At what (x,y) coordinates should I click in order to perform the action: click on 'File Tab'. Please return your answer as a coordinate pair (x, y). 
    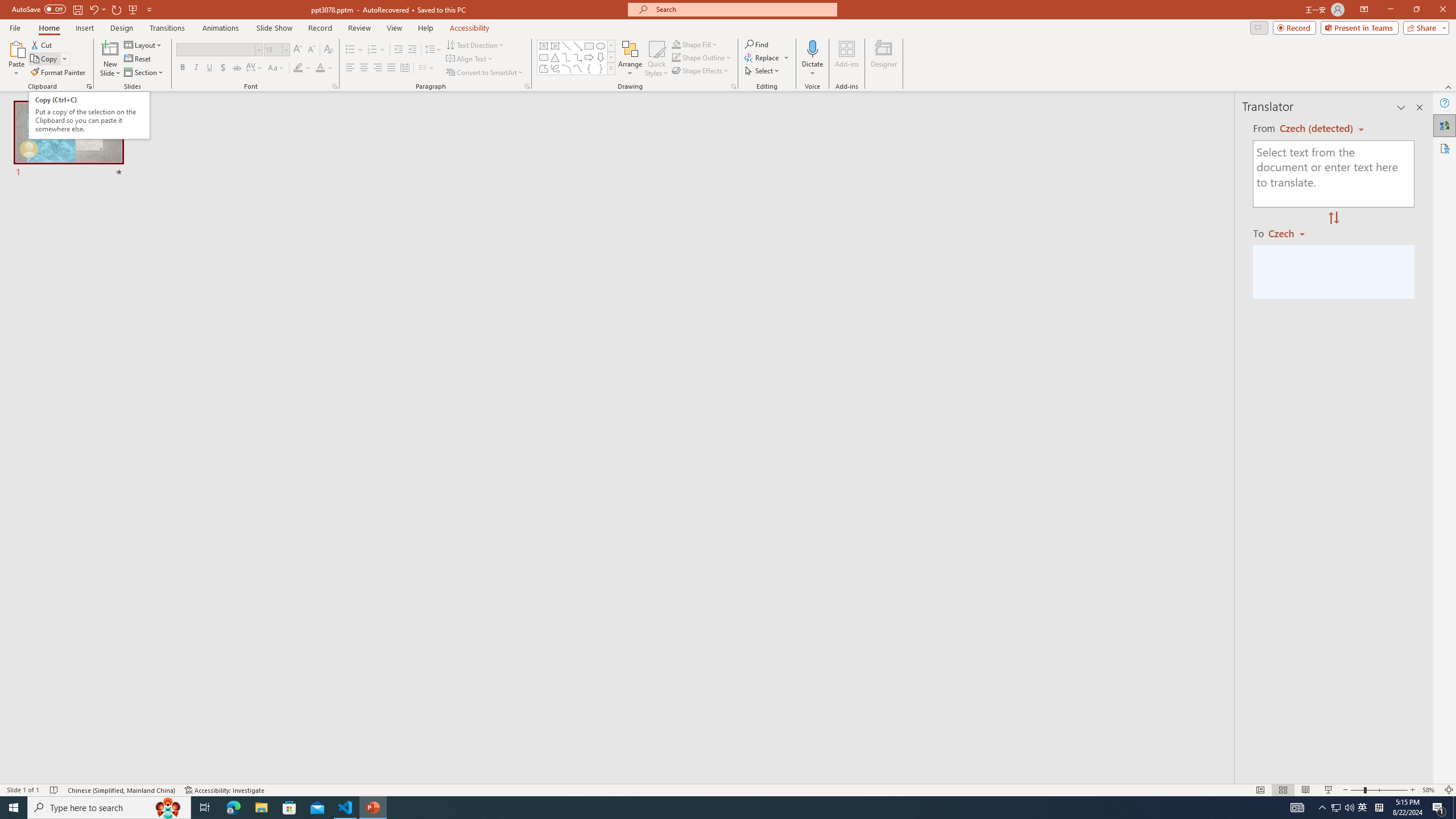
    Looking at the image, I should click on (14, 27).